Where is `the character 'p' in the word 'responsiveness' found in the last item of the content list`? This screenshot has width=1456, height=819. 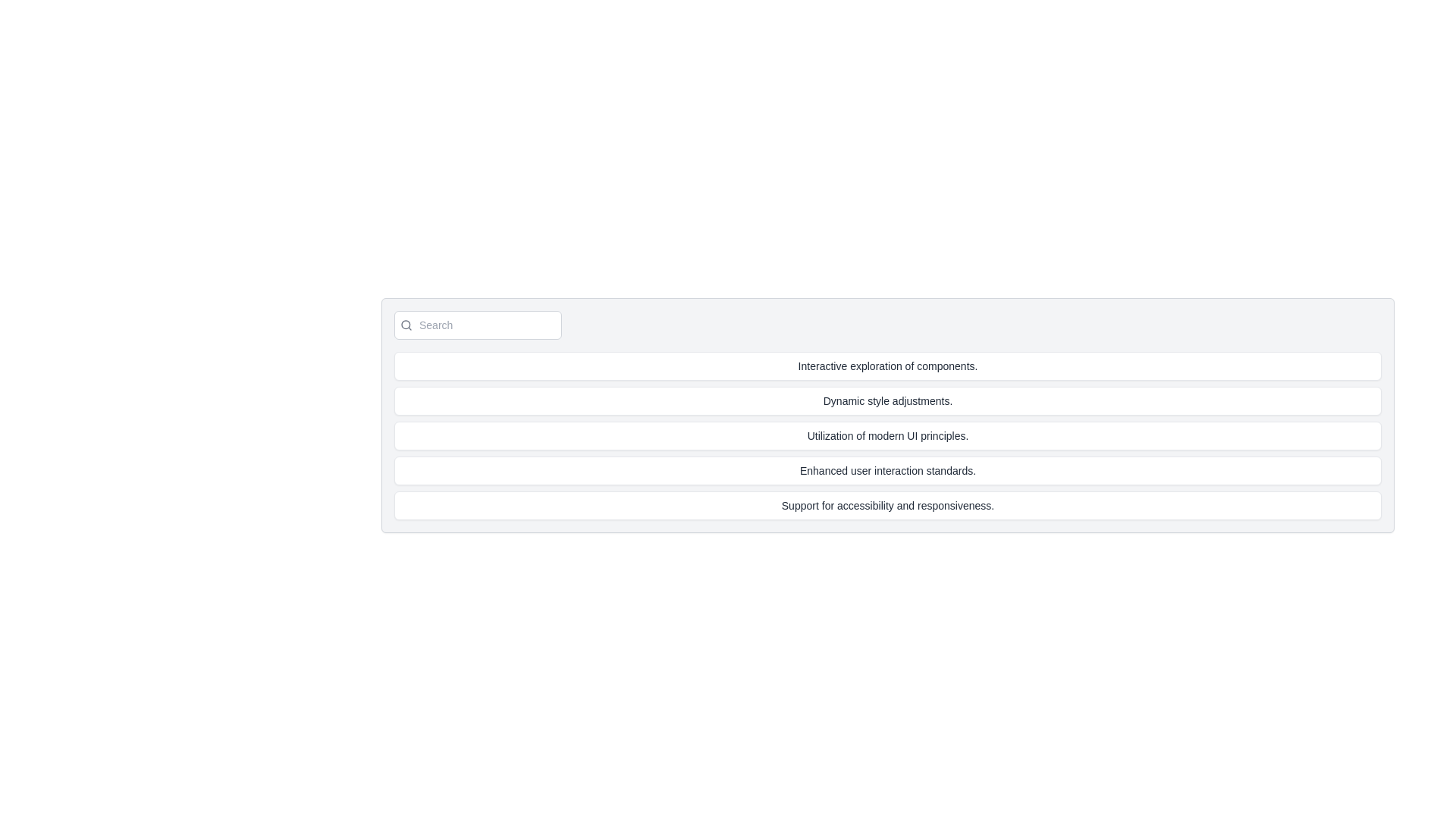 the character 'p' in the word 'responsiveness' found in the last item of the content list is located at coordinates (934, 506).